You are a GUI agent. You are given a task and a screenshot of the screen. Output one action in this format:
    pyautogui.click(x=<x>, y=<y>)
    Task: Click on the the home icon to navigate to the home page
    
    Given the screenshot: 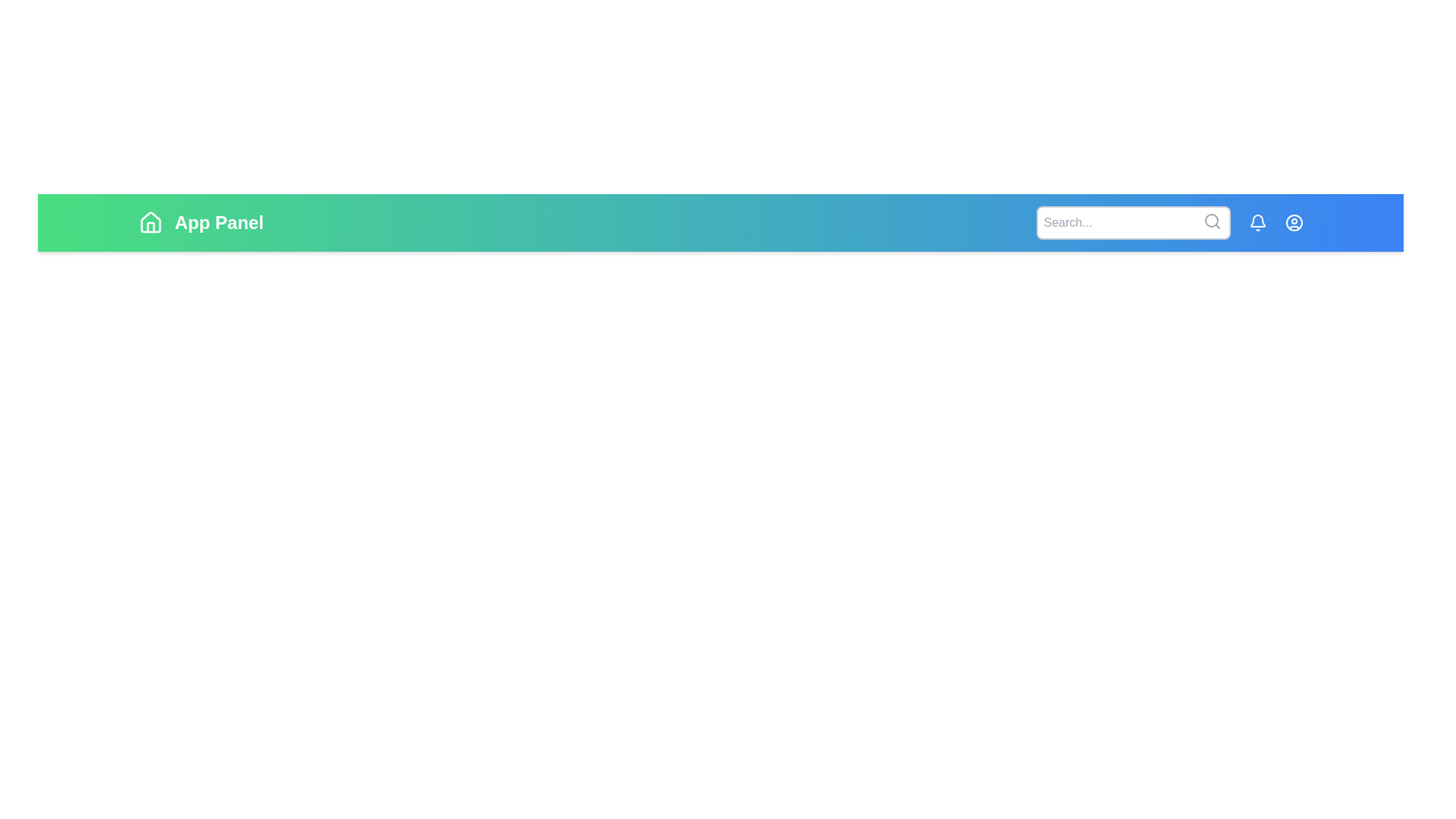 What is the action you would take?
    pyautogui.click(x=150, y=222)
    